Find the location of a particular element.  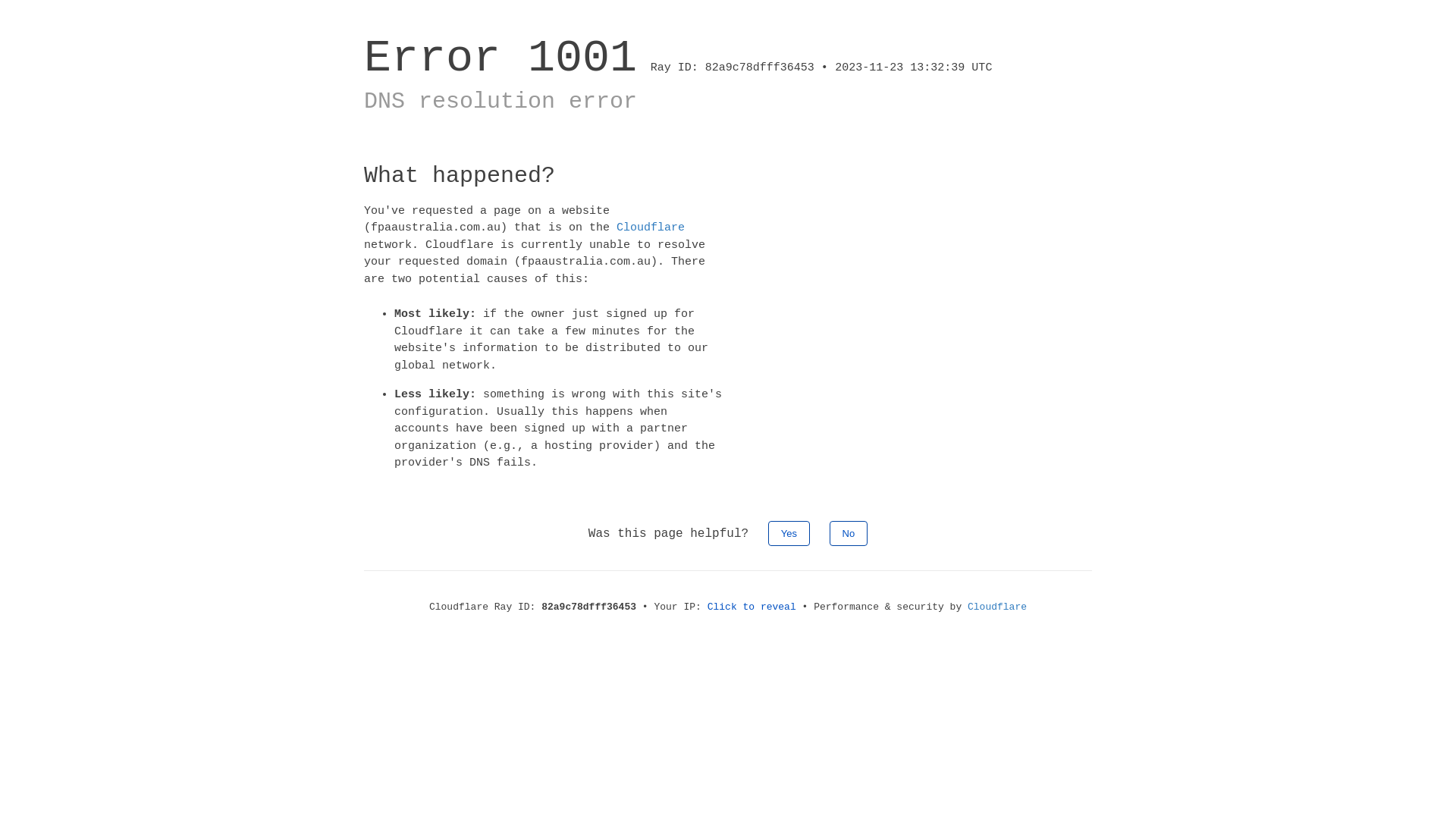

'No' is located at coordinates (848, 532).